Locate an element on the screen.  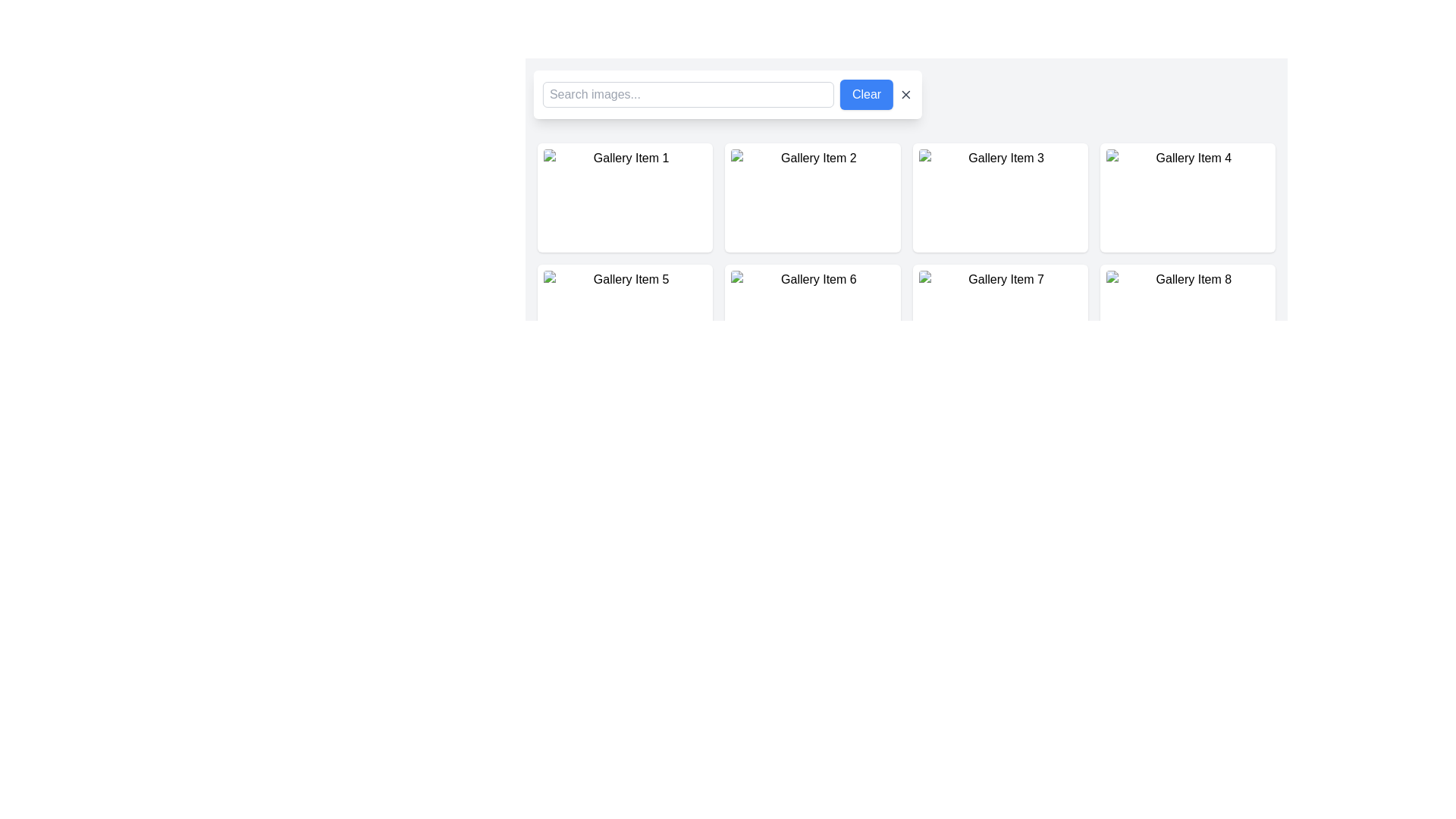
the clear button located to the right of the search input box, which resets the search field to its default empty state is located at coordinates (866, 94).